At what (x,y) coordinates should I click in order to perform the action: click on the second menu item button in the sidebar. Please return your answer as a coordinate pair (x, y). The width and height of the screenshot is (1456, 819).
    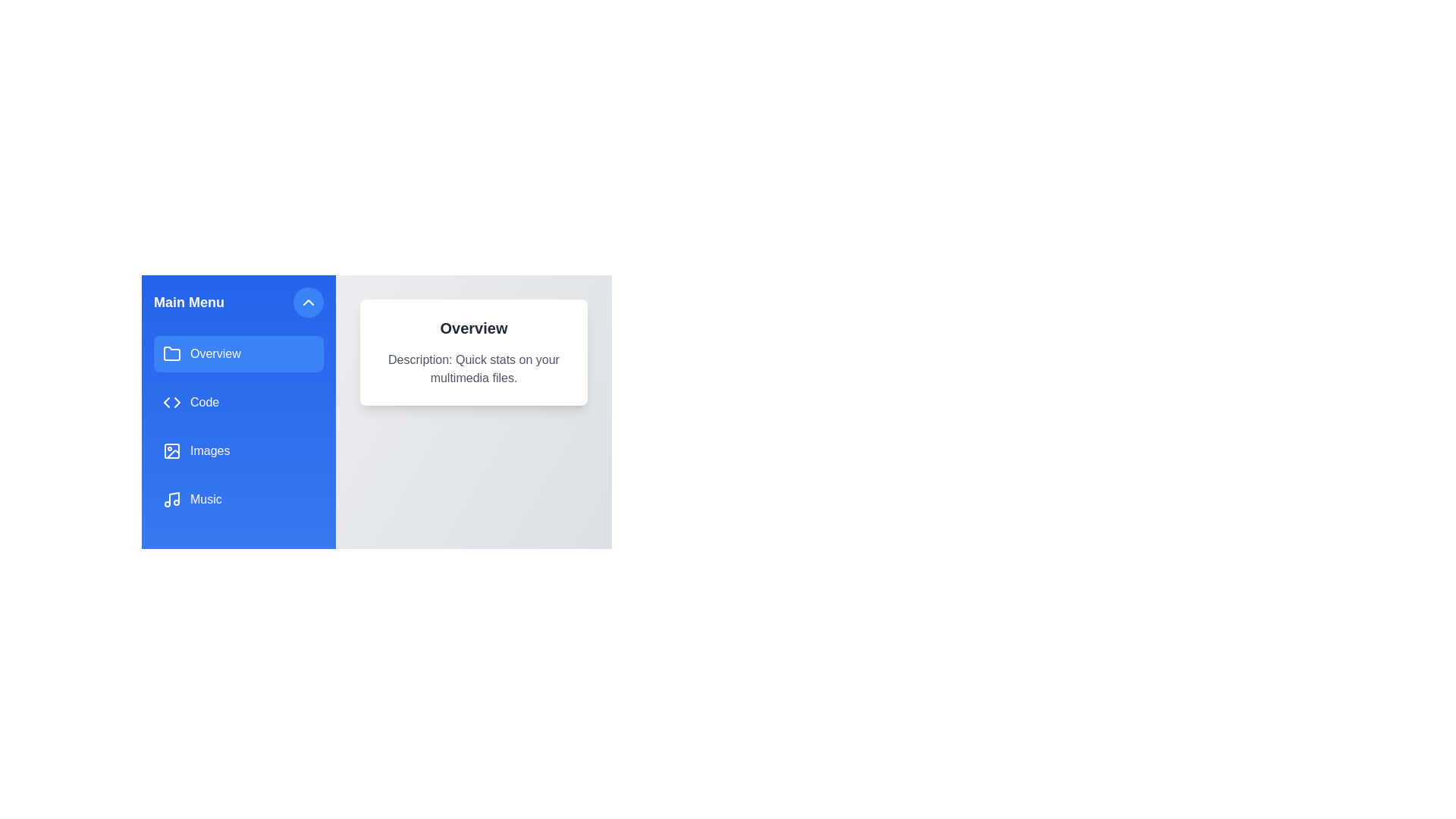
    Looking at the image, I should click on (238, 402).